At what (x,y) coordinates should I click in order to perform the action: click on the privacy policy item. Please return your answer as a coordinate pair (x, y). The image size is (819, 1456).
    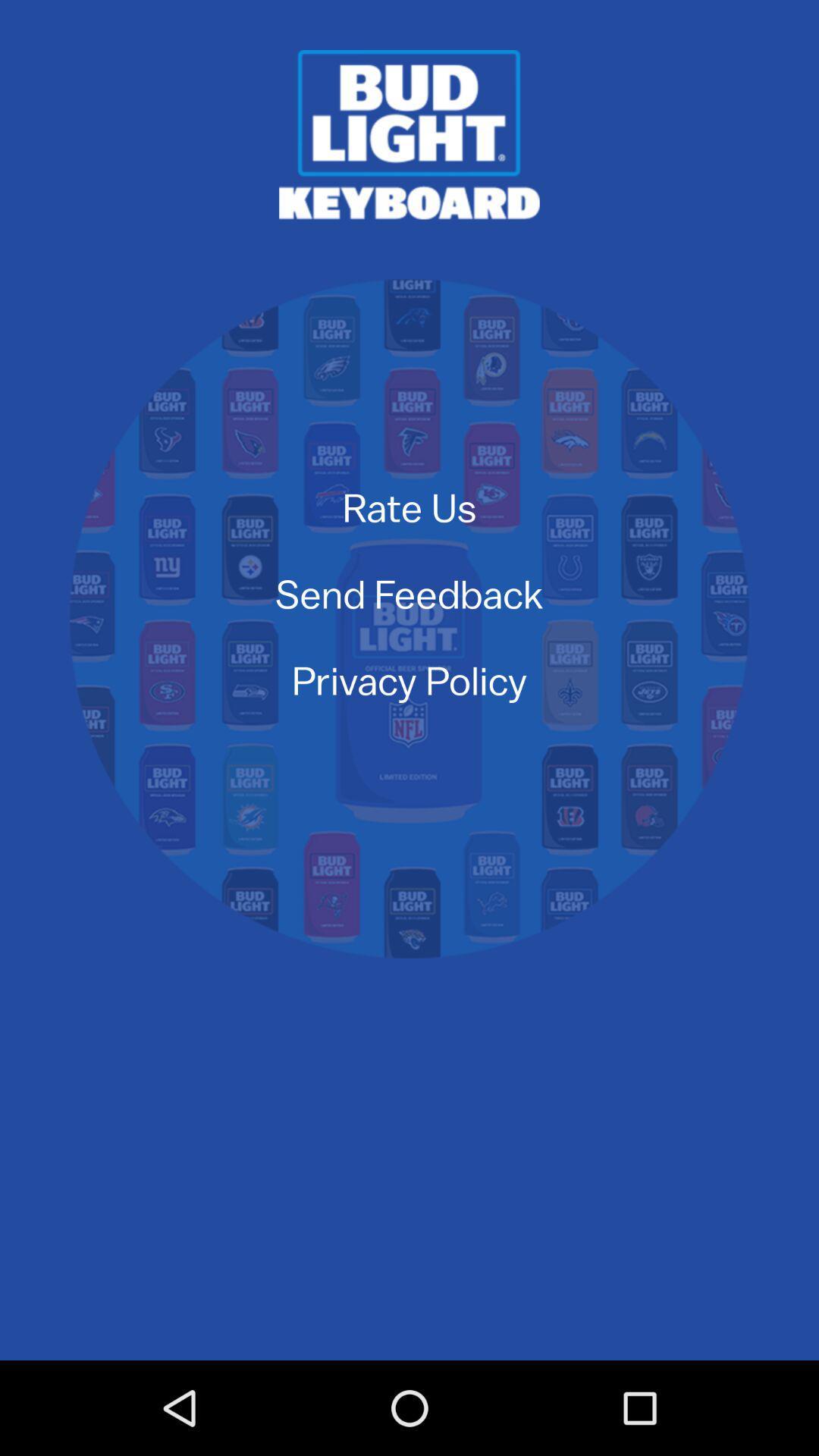
    Looking at the image, I should click on (409, 679).